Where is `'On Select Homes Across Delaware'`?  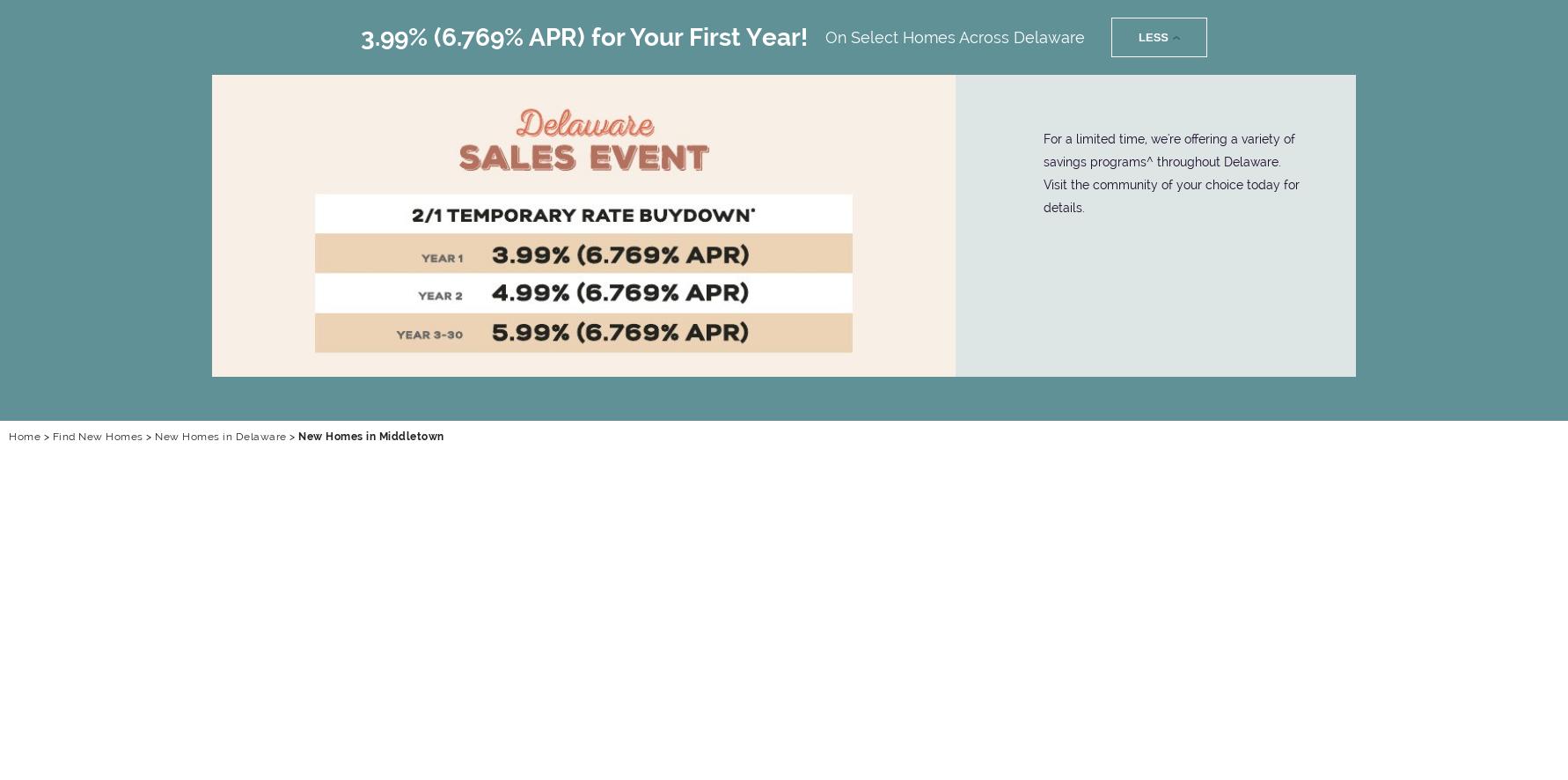
'On Select Homes Across Delaware' is located at coordinates (955, 36).